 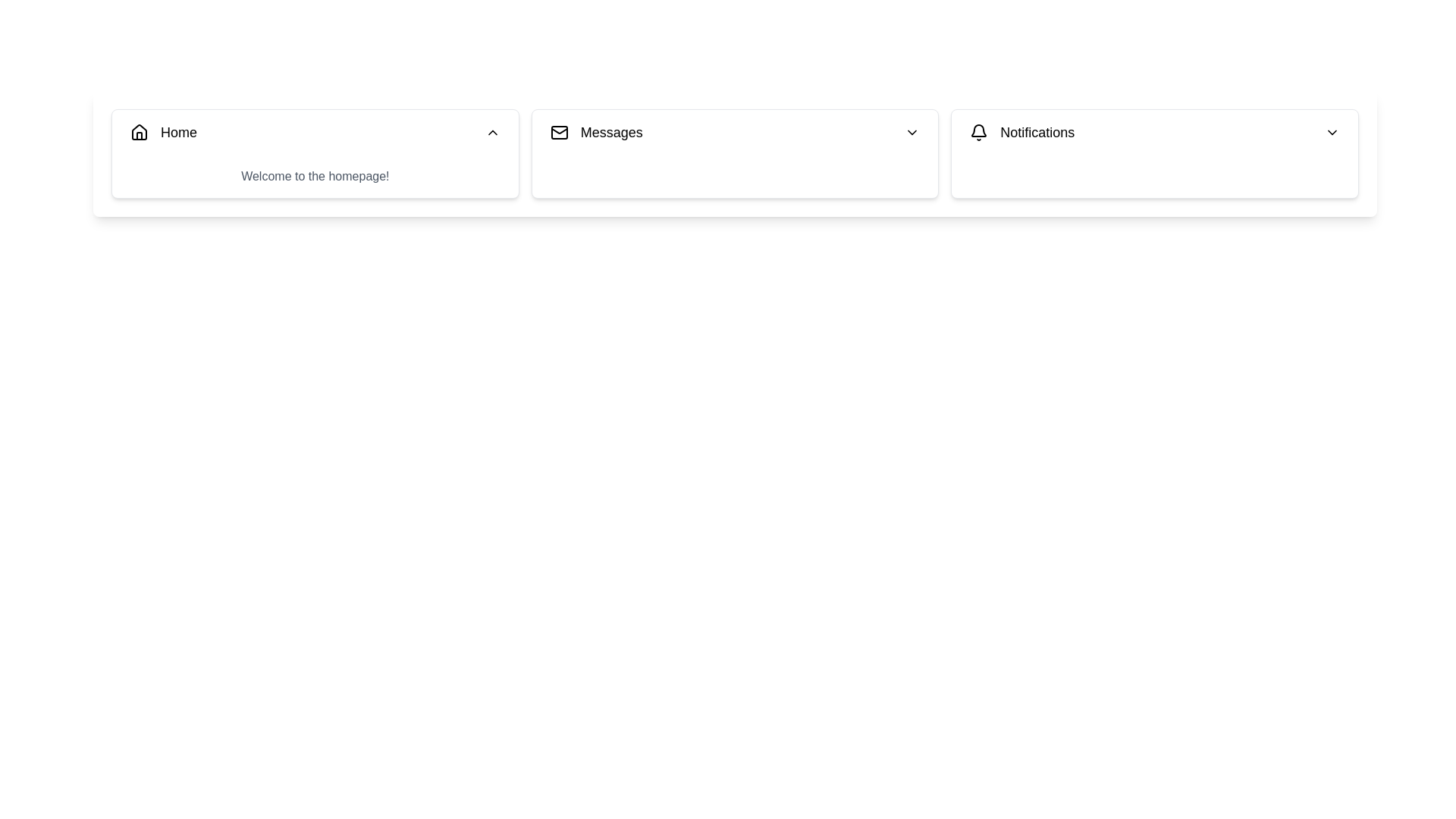 I want to click on the vertical rectangular shape representing a door icon within the house icon located in the lower portion of the graphical house icon in the application header, so click(x=139, y=135).